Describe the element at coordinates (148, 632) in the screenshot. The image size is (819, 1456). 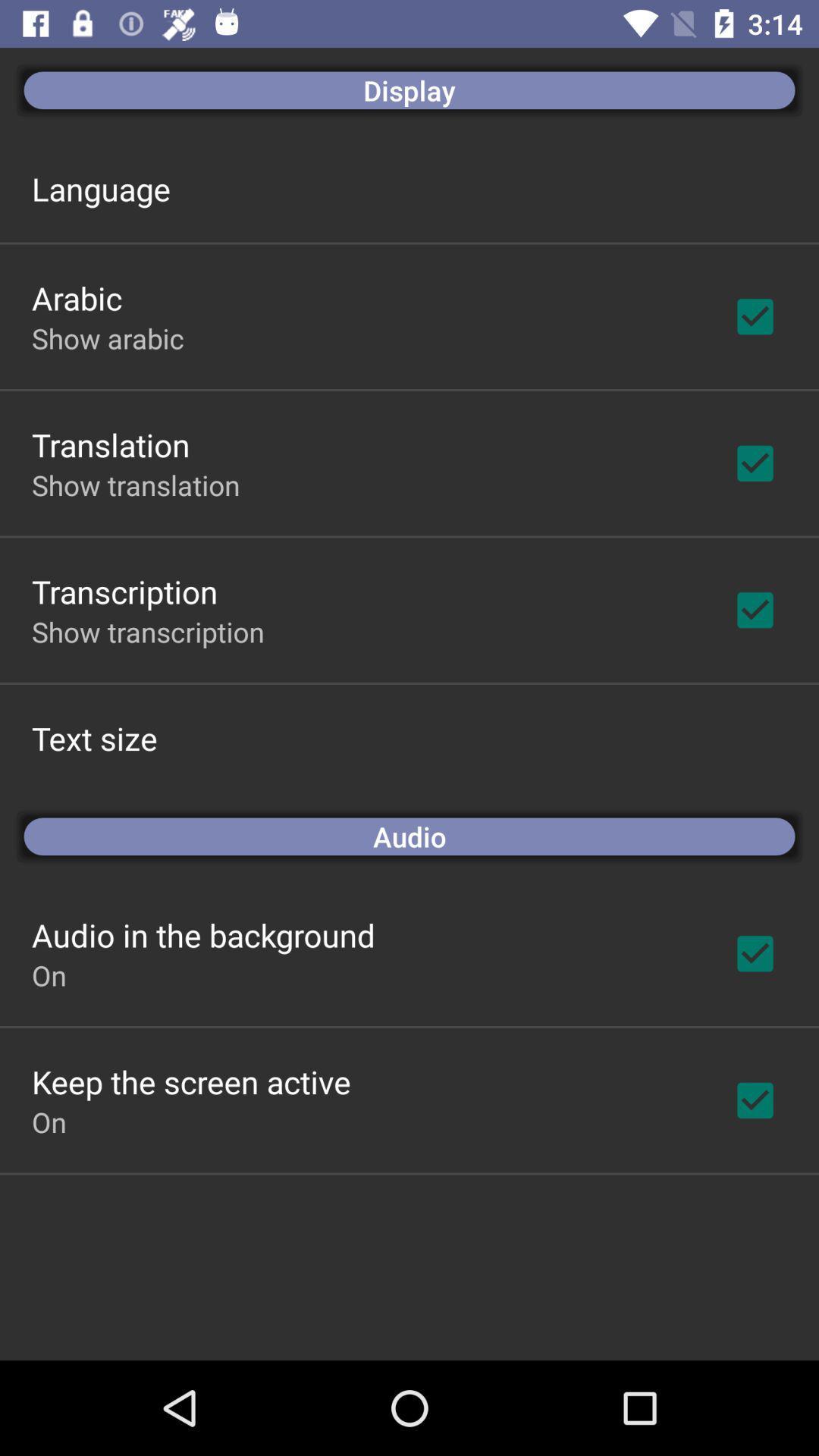
I see `icon above text size` at that location.